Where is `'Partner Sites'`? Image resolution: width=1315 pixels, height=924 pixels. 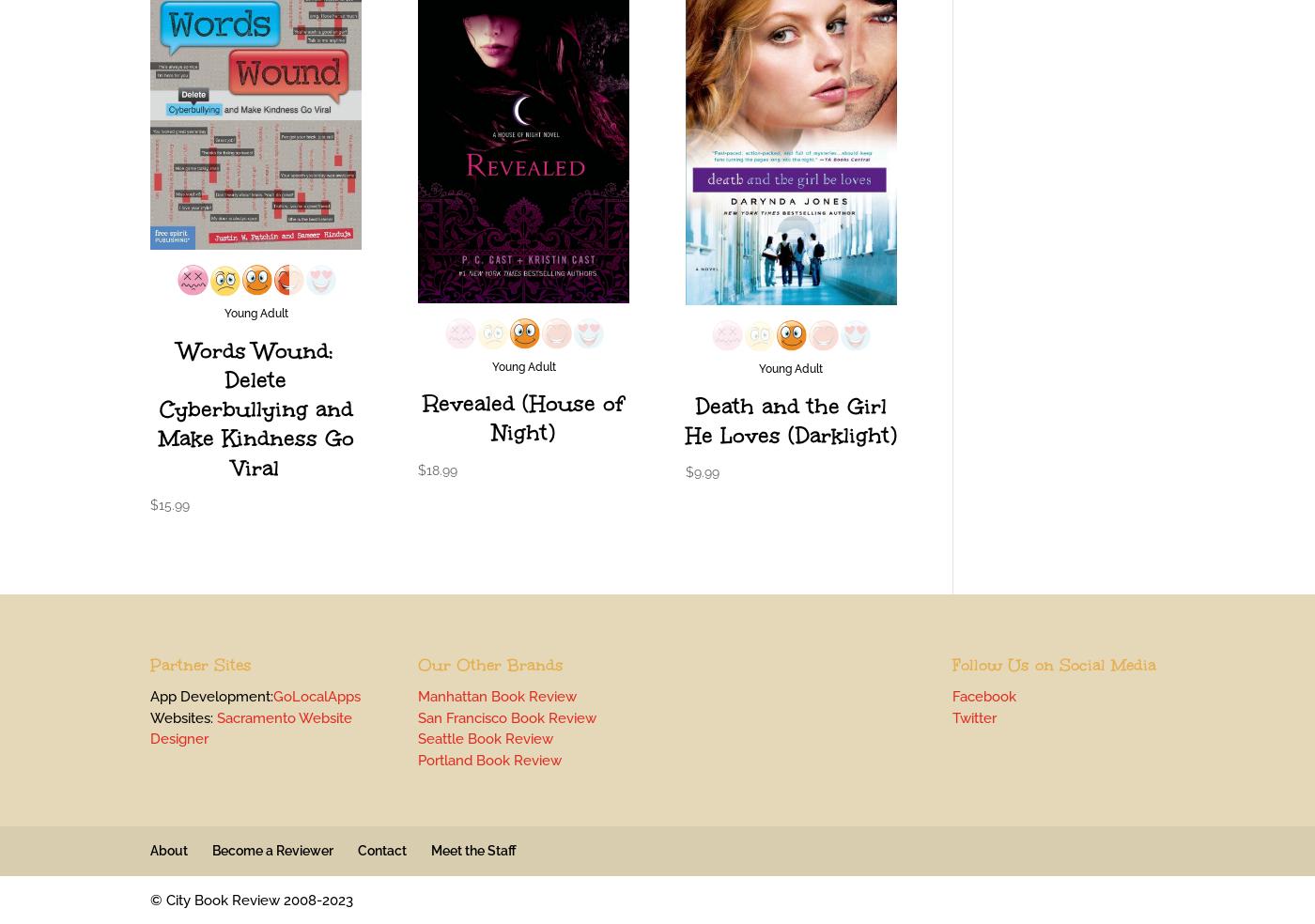
'Partner Sites' is located at coordinates (201, 665).